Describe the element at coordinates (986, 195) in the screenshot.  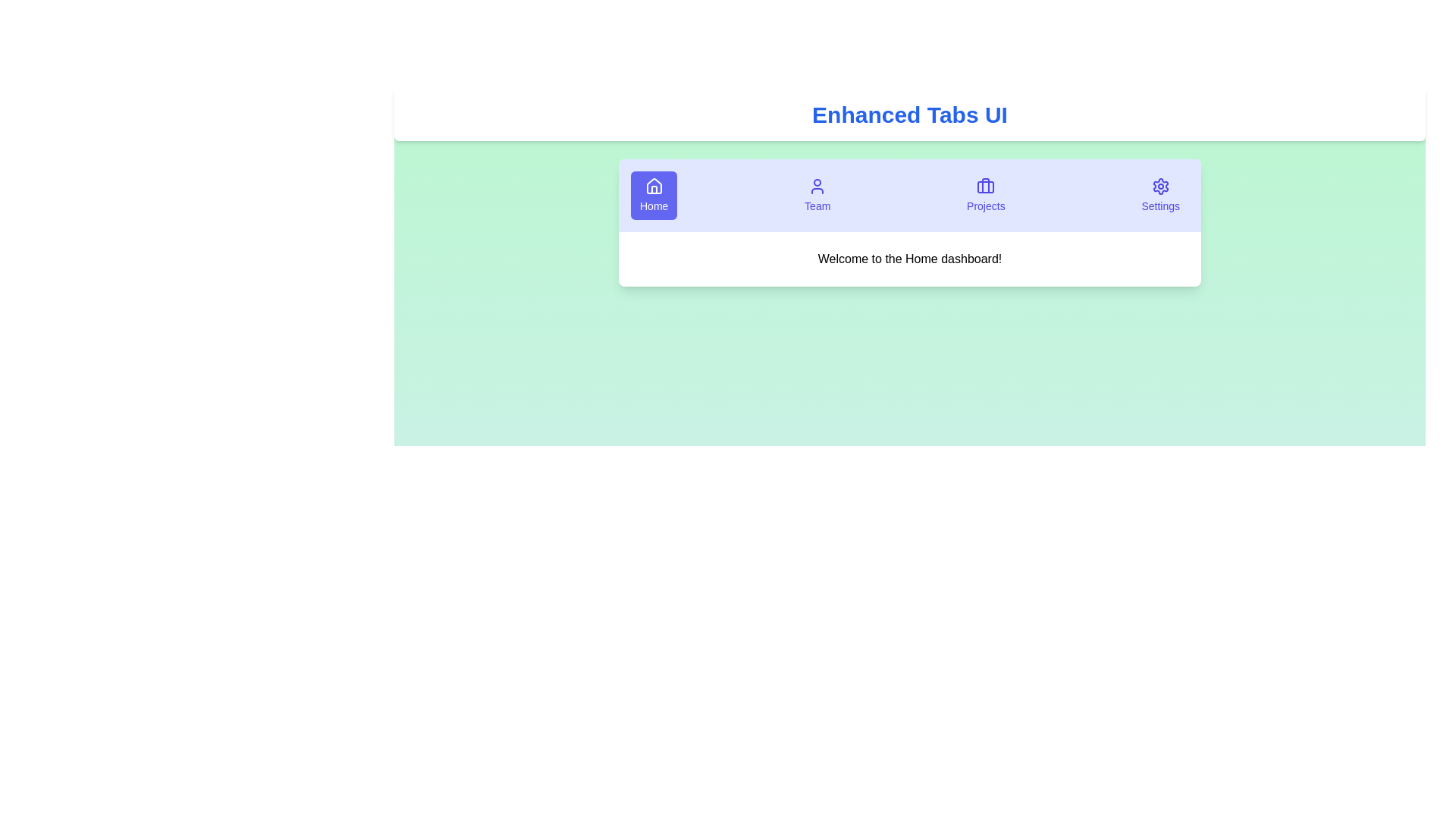
I see `the third button in the navigation bar, which redirects to the 'Projects' section` at that location.